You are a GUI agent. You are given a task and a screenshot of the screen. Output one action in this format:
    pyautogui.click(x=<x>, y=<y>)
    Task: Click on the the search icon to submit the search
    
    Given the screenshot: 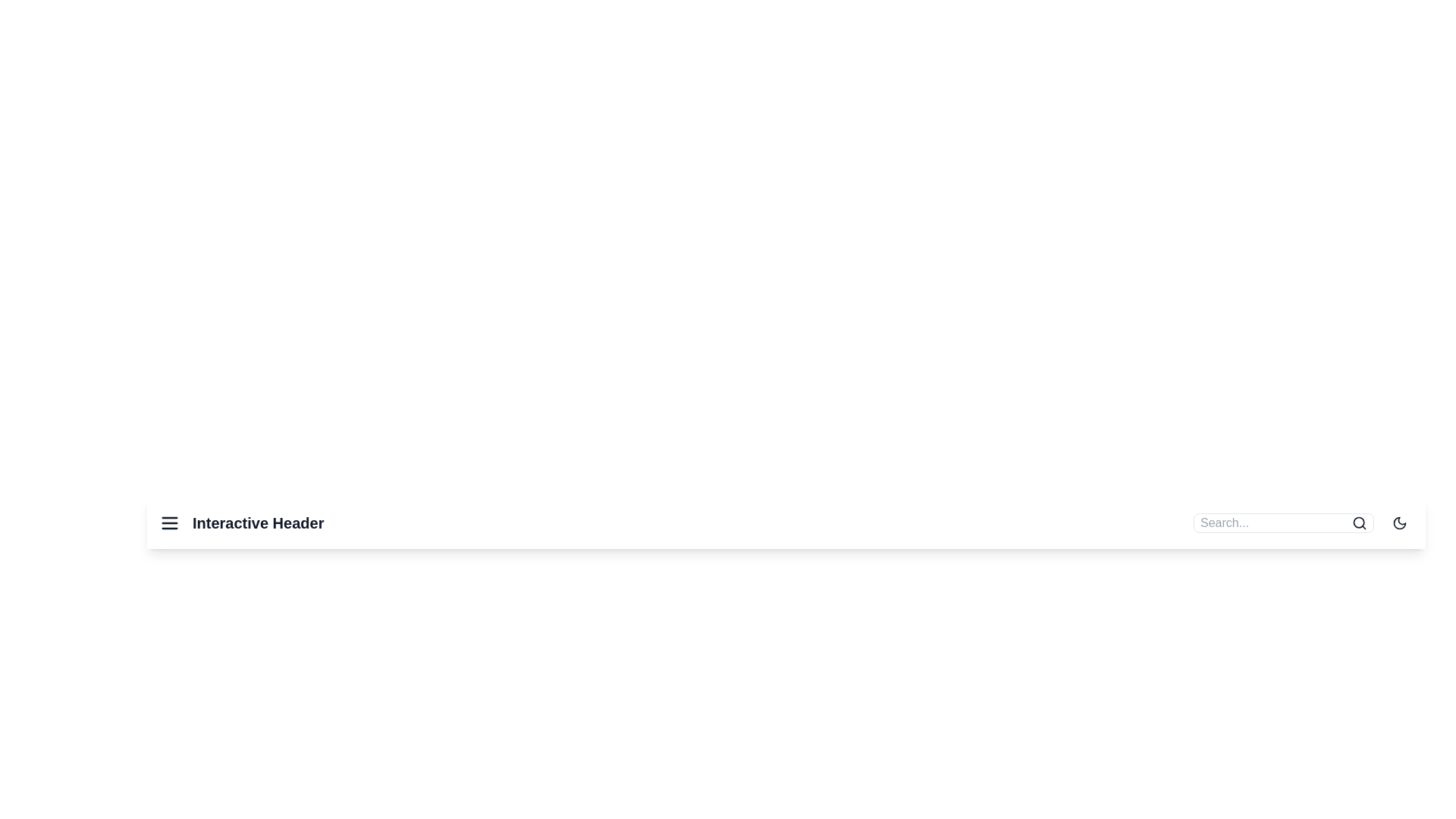 What is the action you would take?
    pyautogui.click(x=1360, y=522)
    